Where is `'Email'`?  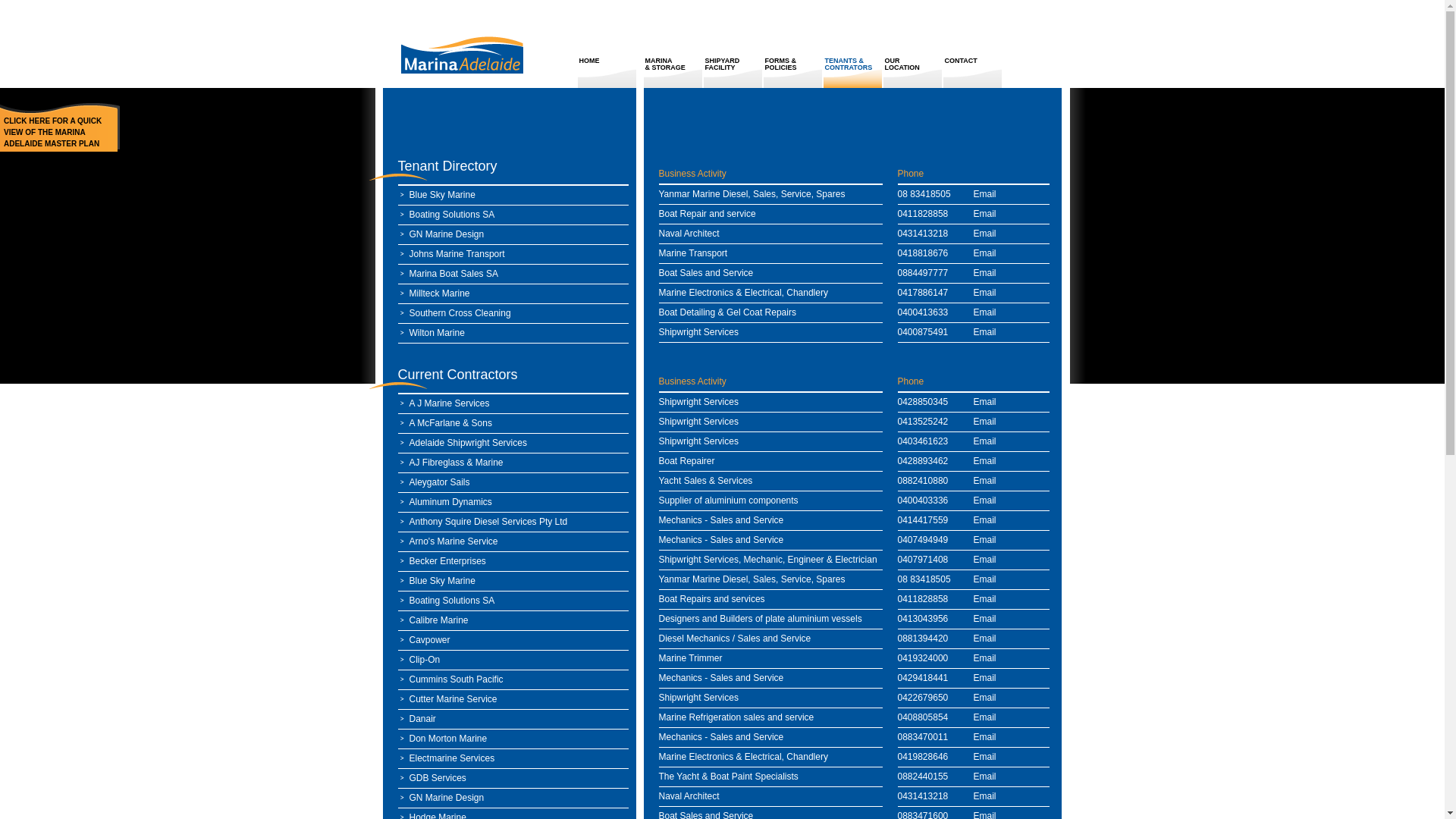
'Email' is located at coordinates (985, 519).